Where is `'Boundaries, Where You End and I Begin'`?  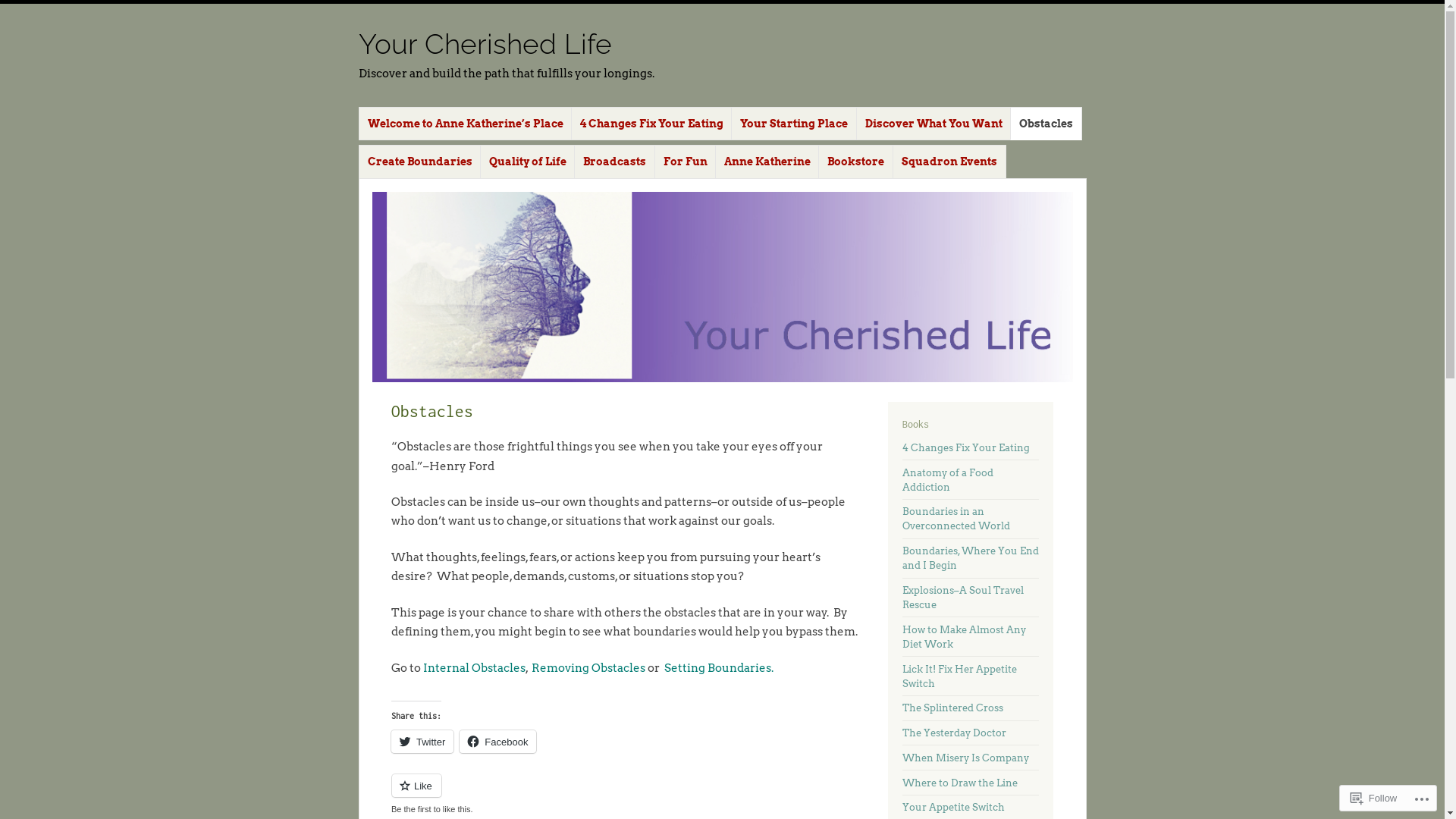
'Boundaries, Where You End and I Begin' is located at coordinates (971, 558).